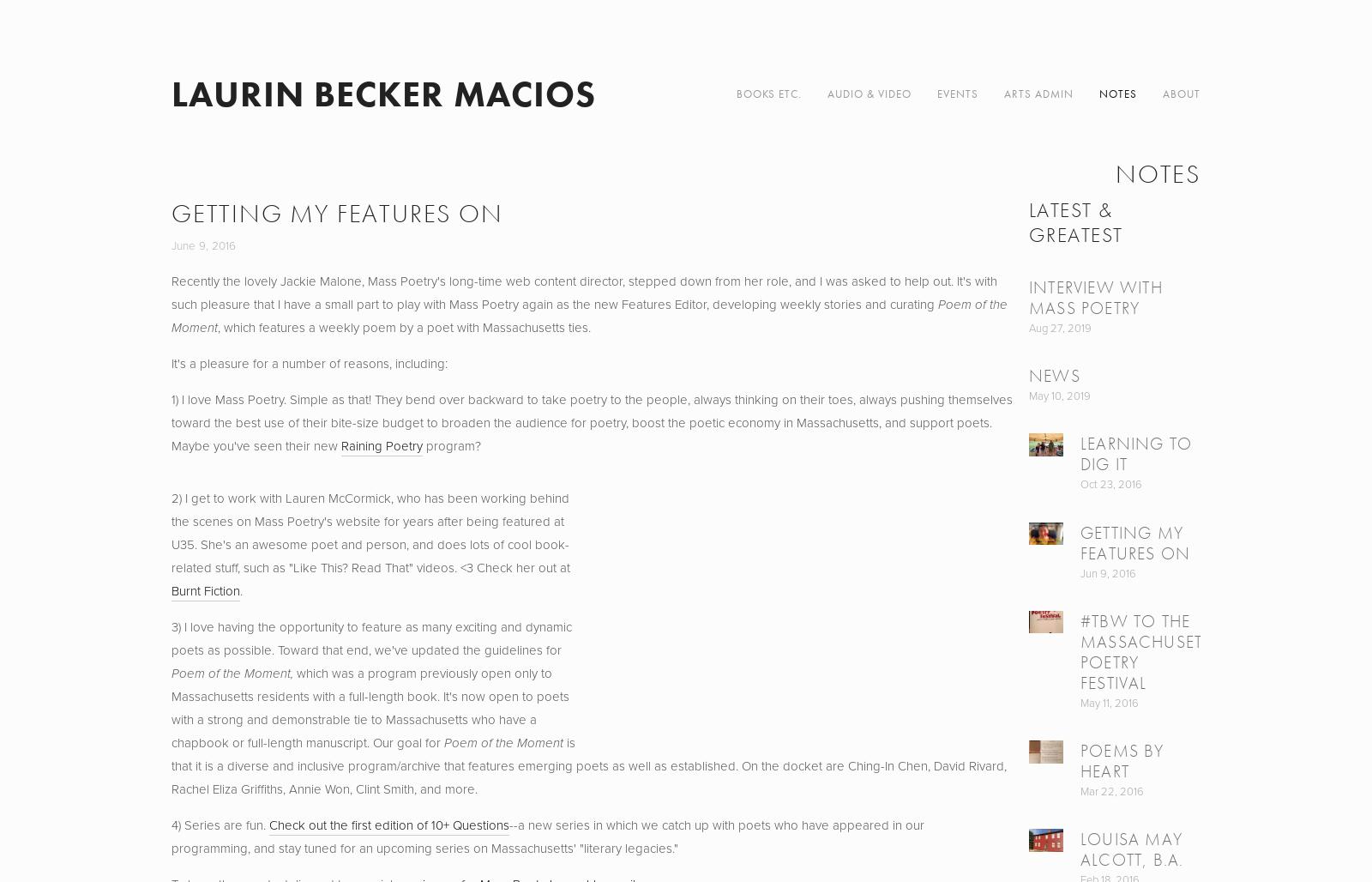 The height and width of the screenshot is (882, 1372). Describe the element at coordinates (171, 673) in the screenshot. I see `'Poem of the Moment,'` at that location.